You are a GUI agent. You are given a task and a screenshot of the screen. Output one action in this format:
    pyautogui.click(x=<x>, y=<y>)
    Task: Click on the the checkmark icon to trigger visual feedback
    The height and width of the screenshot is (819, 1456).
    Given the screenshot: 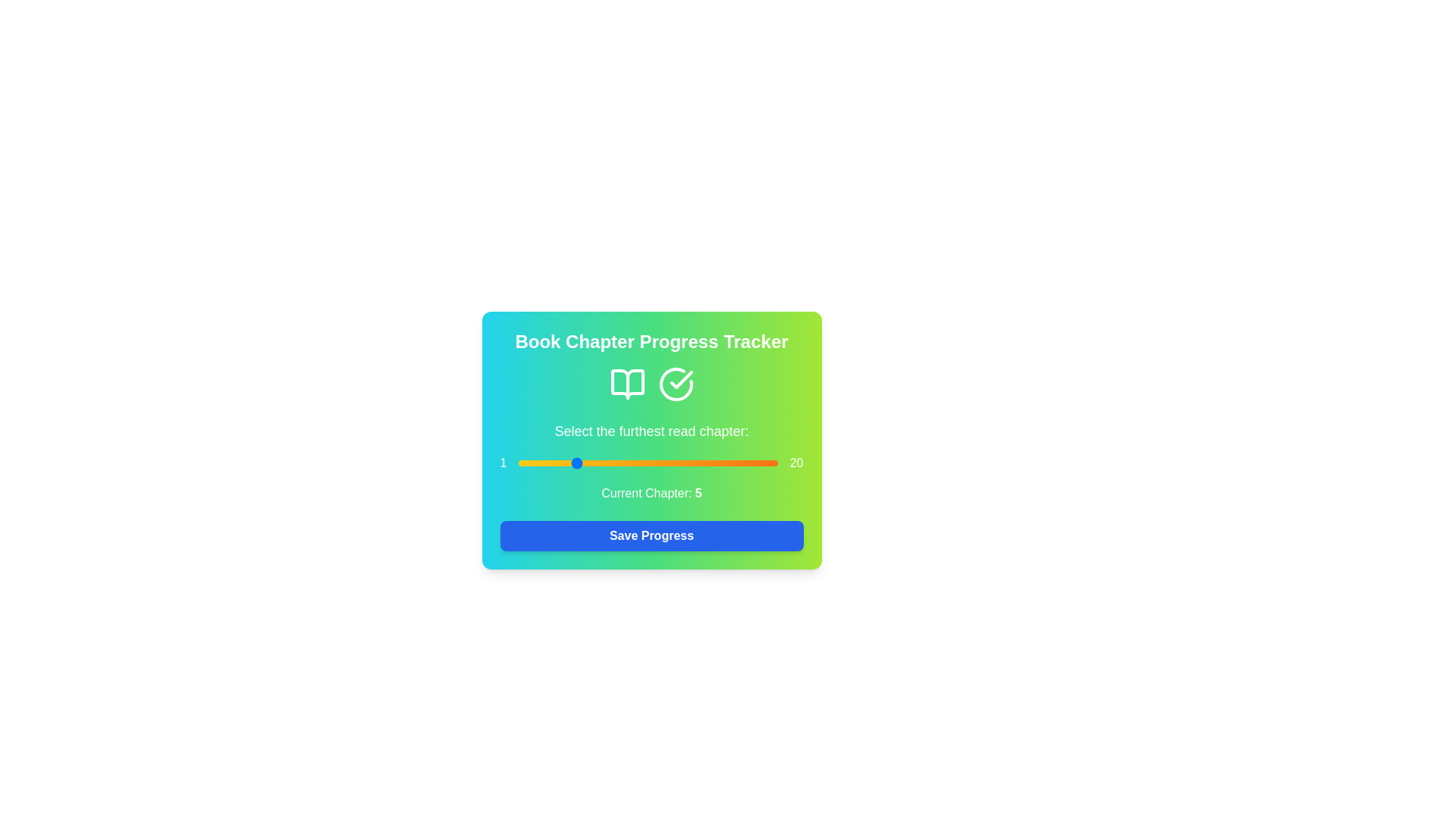 What is the action you would take?
    pyautogui.click(x=675, y=383)
    